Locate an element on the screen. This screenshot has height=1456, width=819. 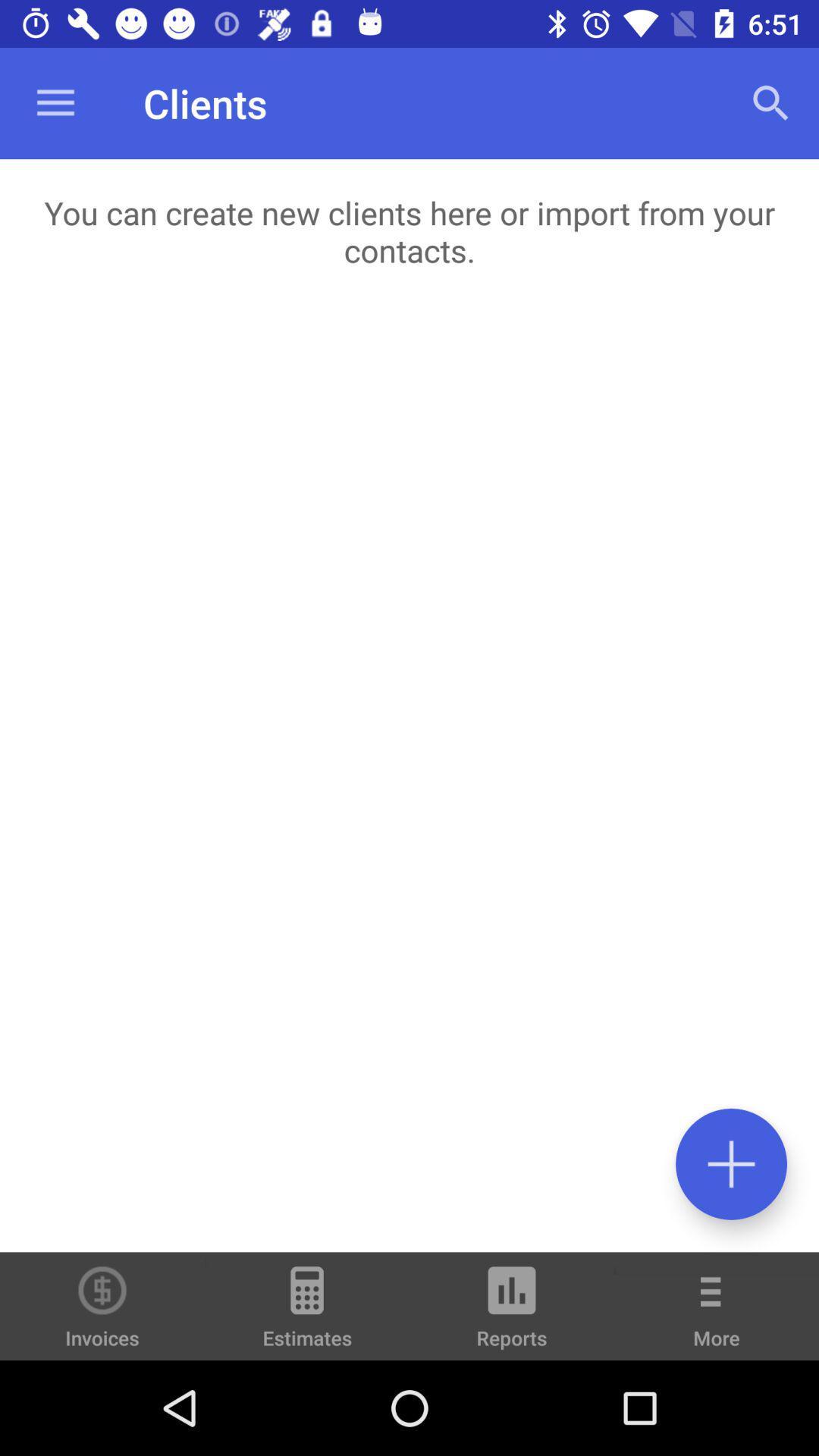
estimates icon is located at coordinates (307, 1313).